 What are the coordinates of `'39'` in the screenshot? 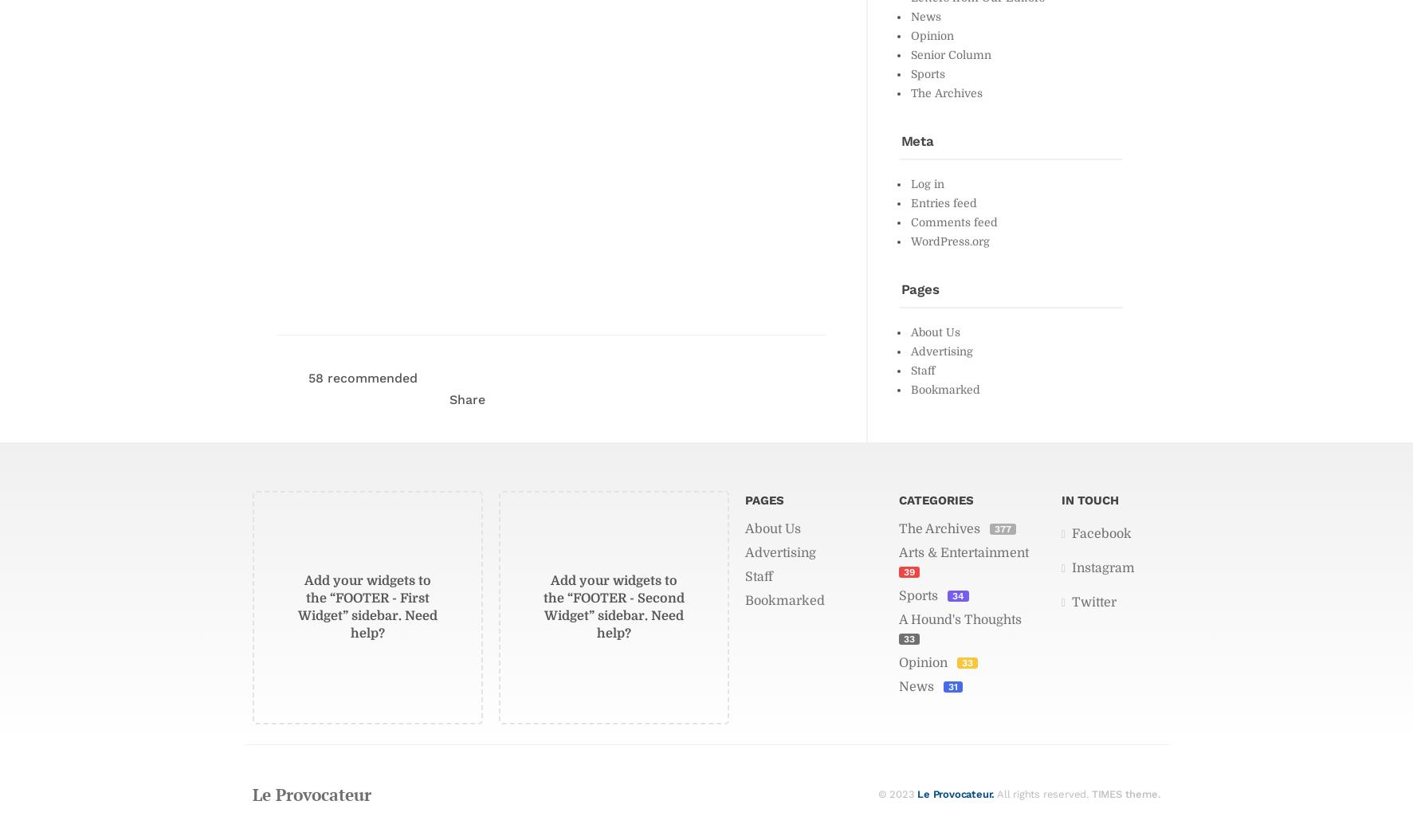 It's located at (909, 571).